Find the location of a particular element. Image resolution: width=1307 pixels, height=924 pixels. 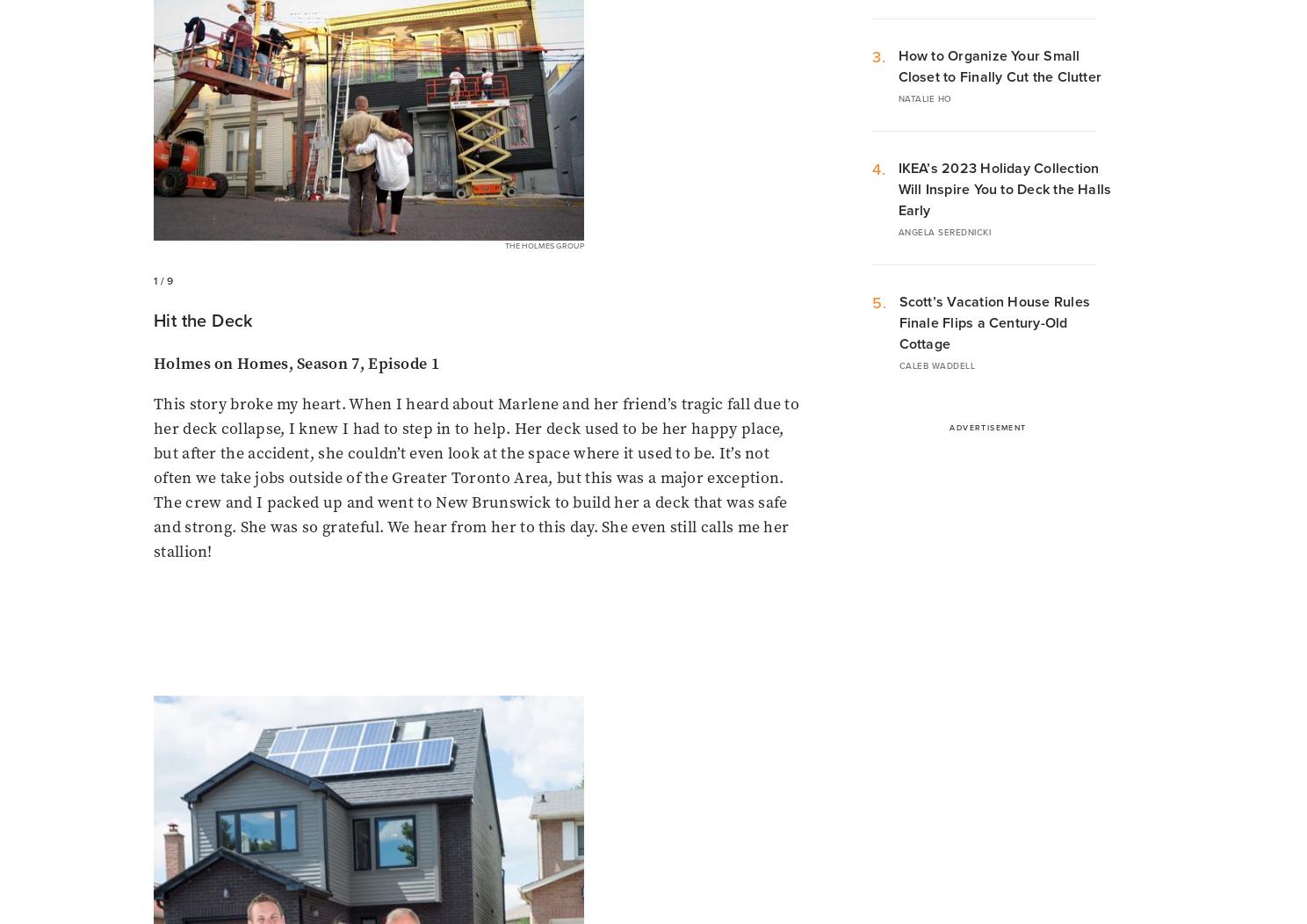

'Sign up for Newsletter' is located at coordinates (321, 724).